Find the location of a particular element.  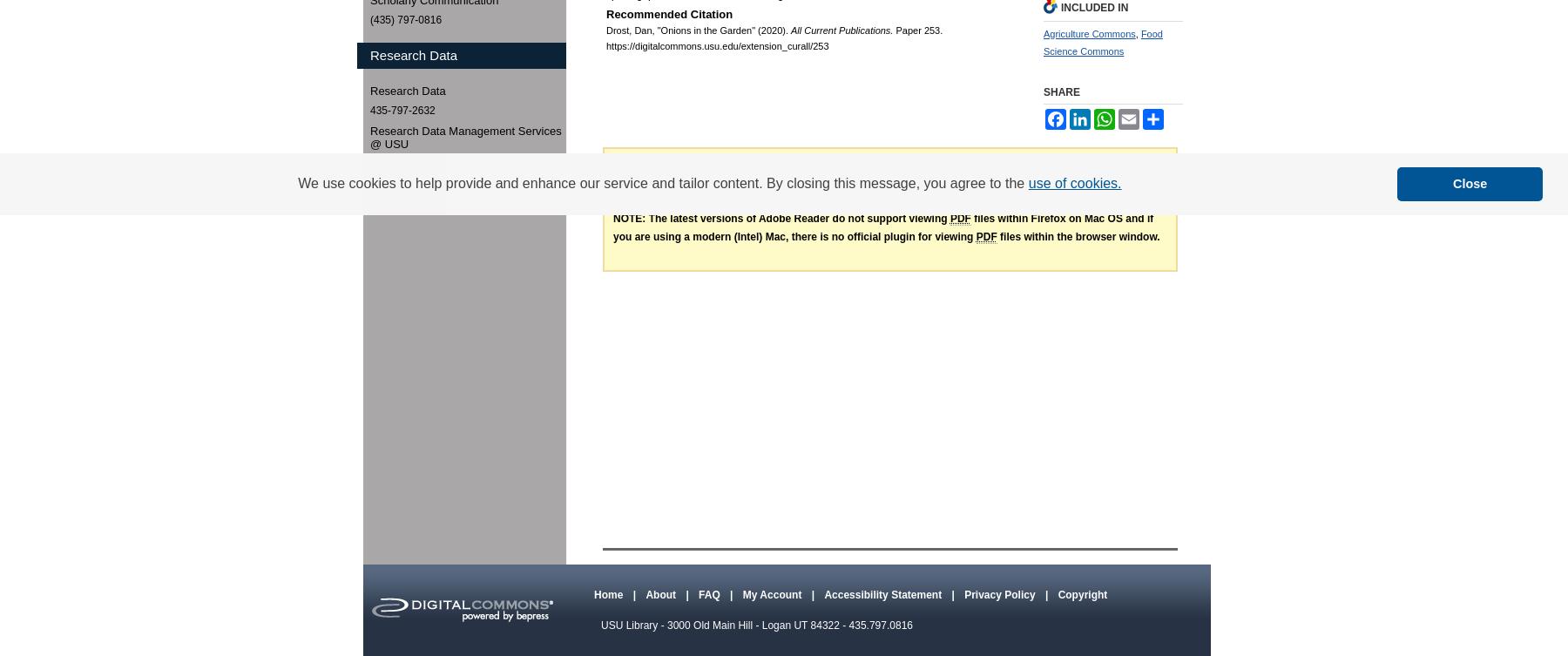

'(435) 797-0816' is located at coordinates (405, 19).